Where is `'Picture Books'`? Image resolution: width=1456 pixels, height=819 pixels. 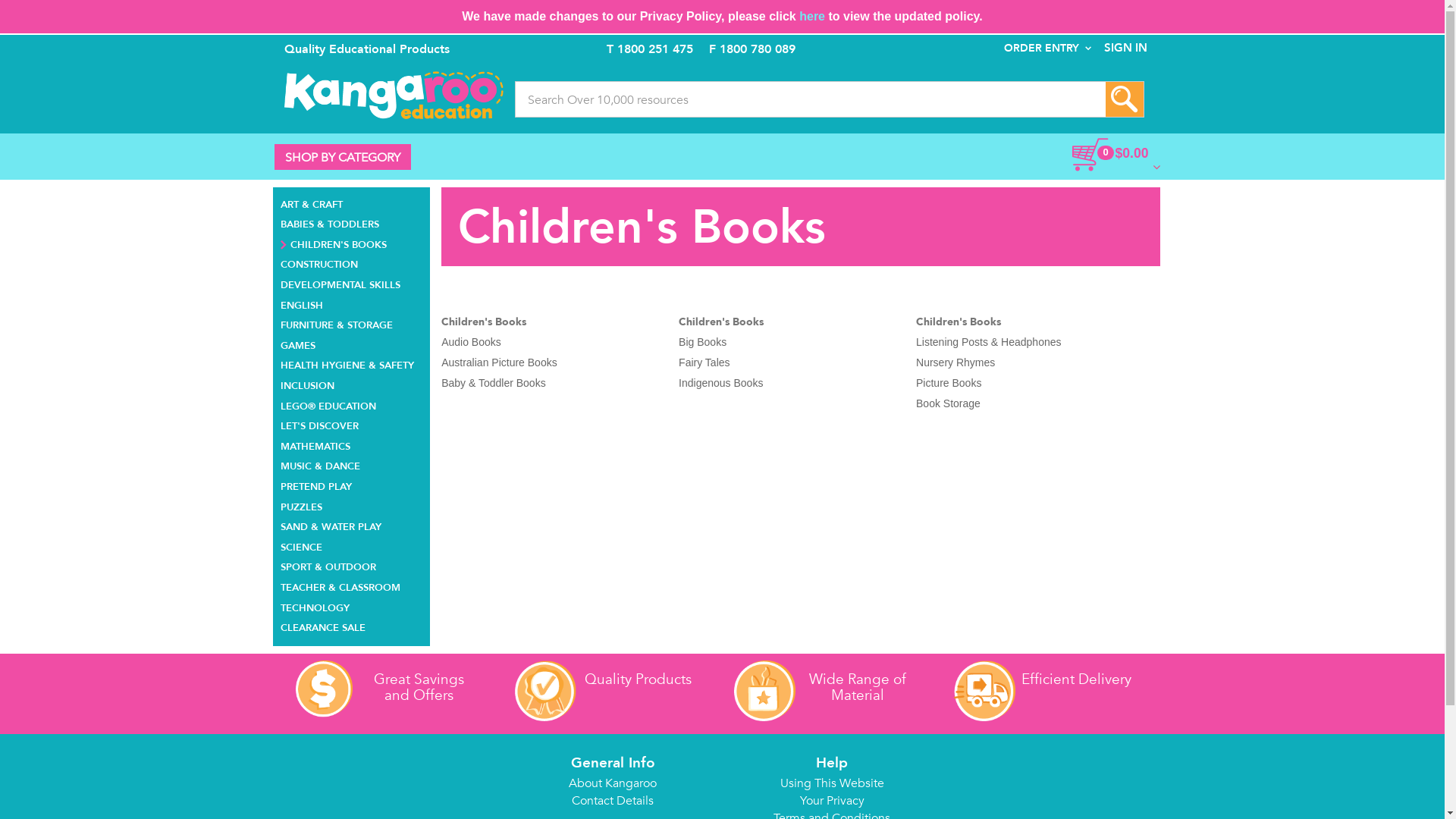 'Picture Books' is located at coordinates (948, 382).